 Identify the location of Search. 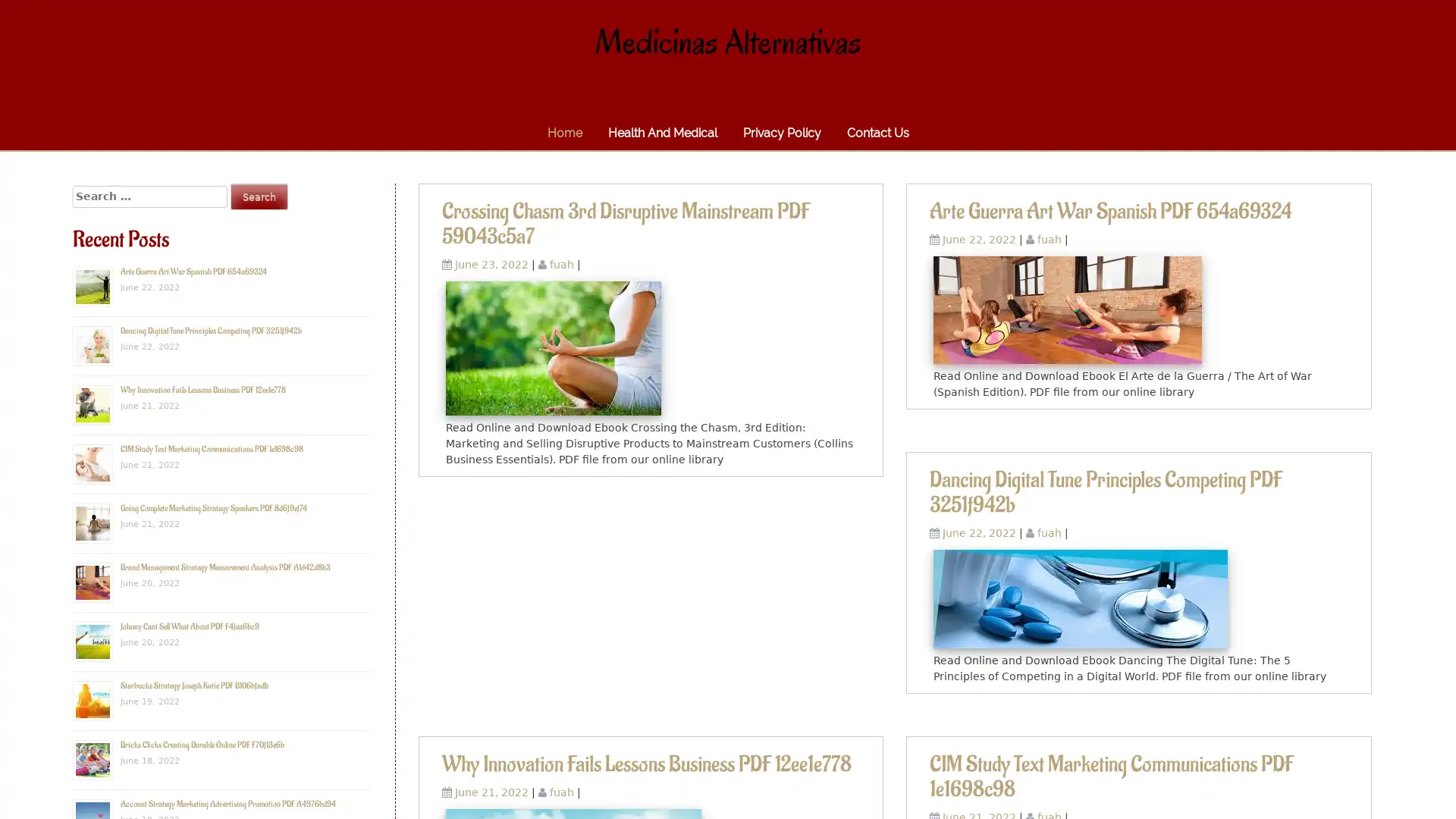
(259, 196).